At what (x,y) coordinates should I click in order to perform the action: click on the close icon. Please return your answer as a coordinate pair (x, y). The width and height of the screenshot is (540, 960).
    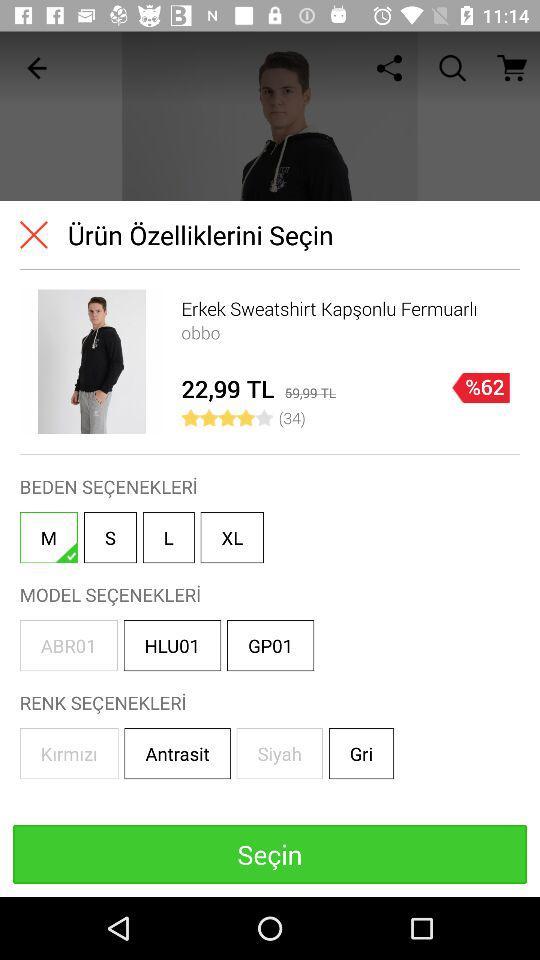
    Looking at the image, I should click on (32, 234).